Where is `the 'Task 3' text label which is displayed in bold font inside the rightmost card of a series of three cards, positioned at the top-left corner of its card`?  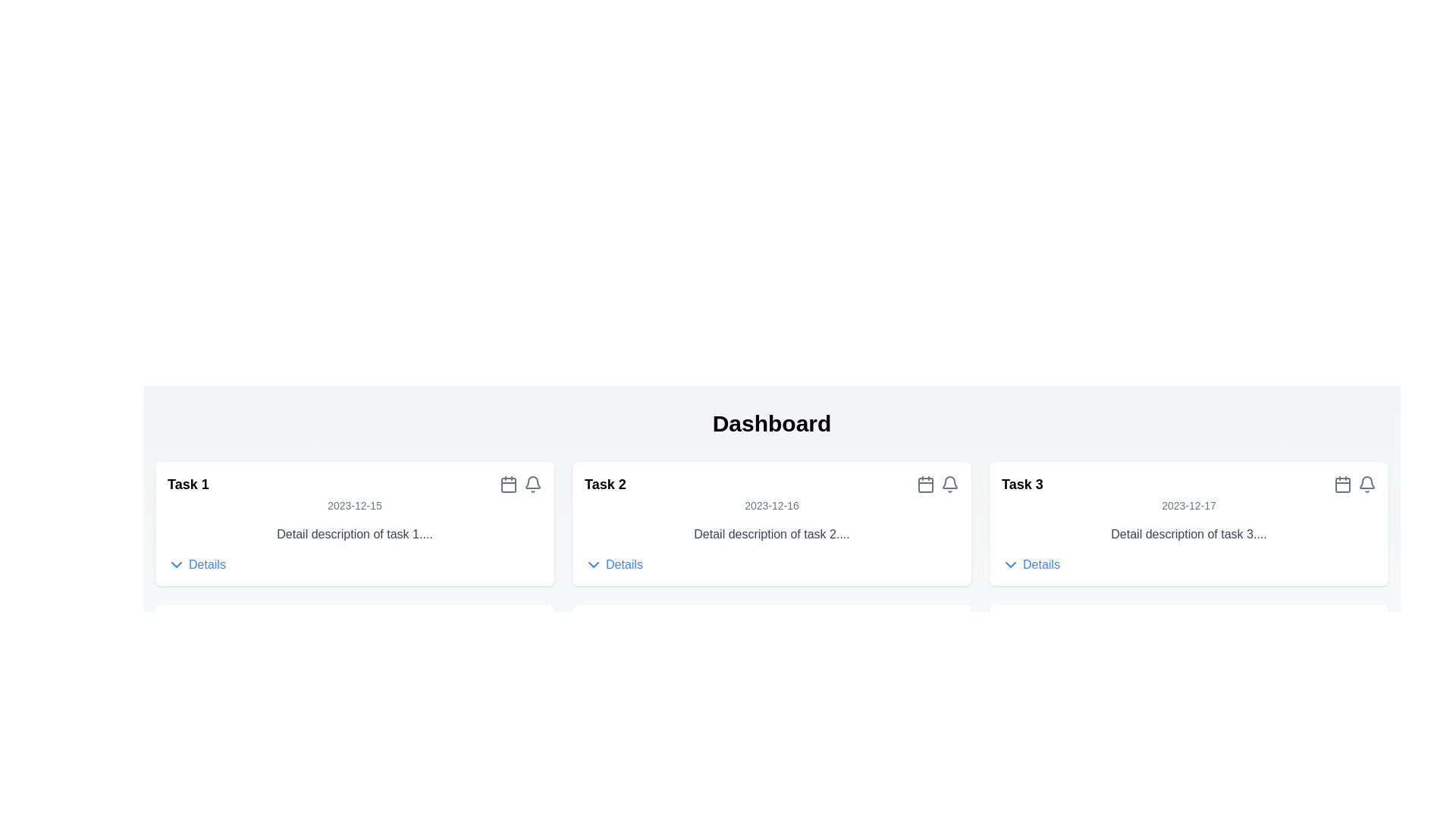
the 'Task 3' text label which is displayed in bold font inside the rightmost card of a series of three cards, positioned at the top-left corner of its card is located at coordinates (1022, 485).